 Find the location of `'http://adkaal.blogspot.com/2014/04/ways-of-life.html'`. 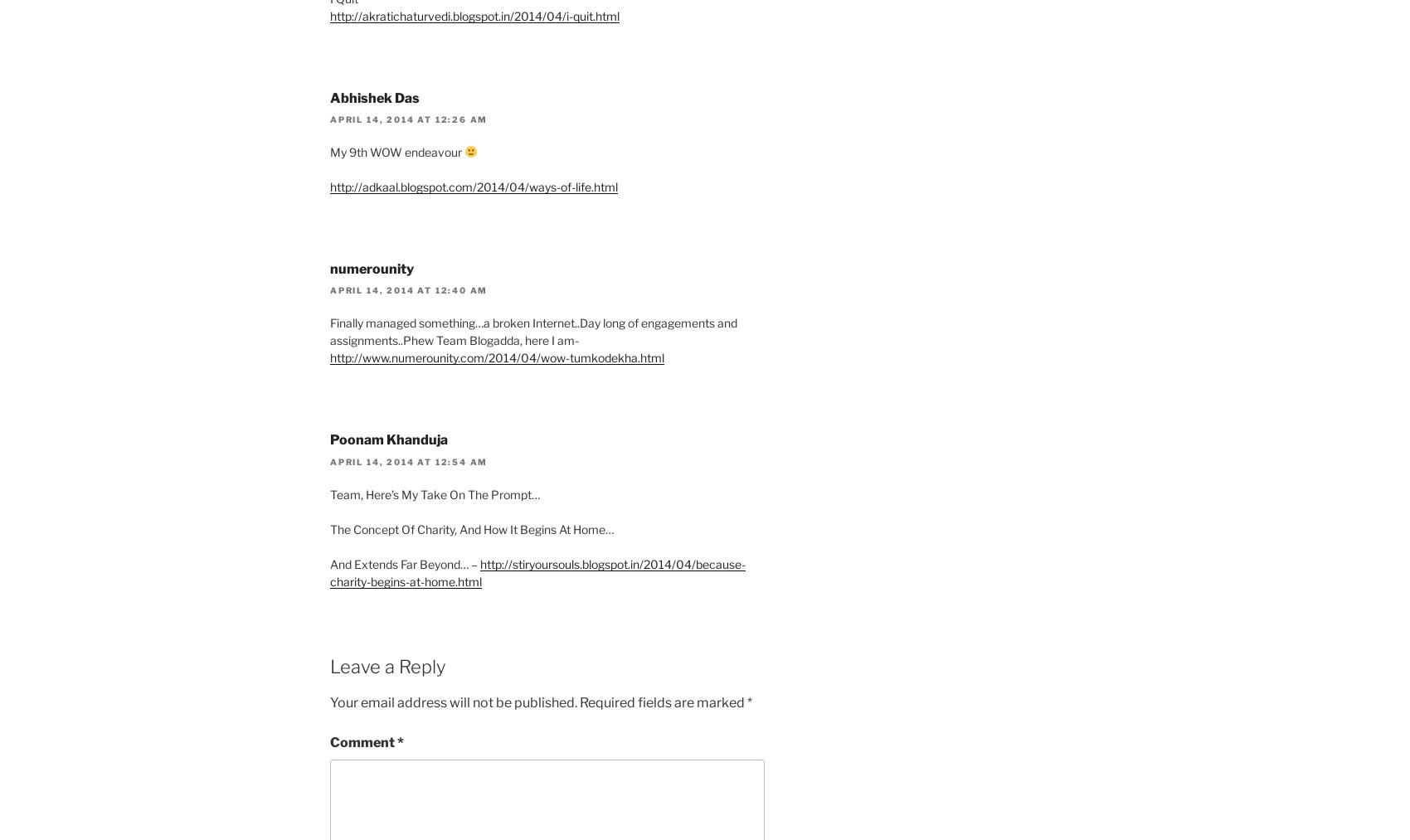

'http://adkaal.blogspot.com/2014/04/ways-of-life.html' is located at coordinates (328, 186).